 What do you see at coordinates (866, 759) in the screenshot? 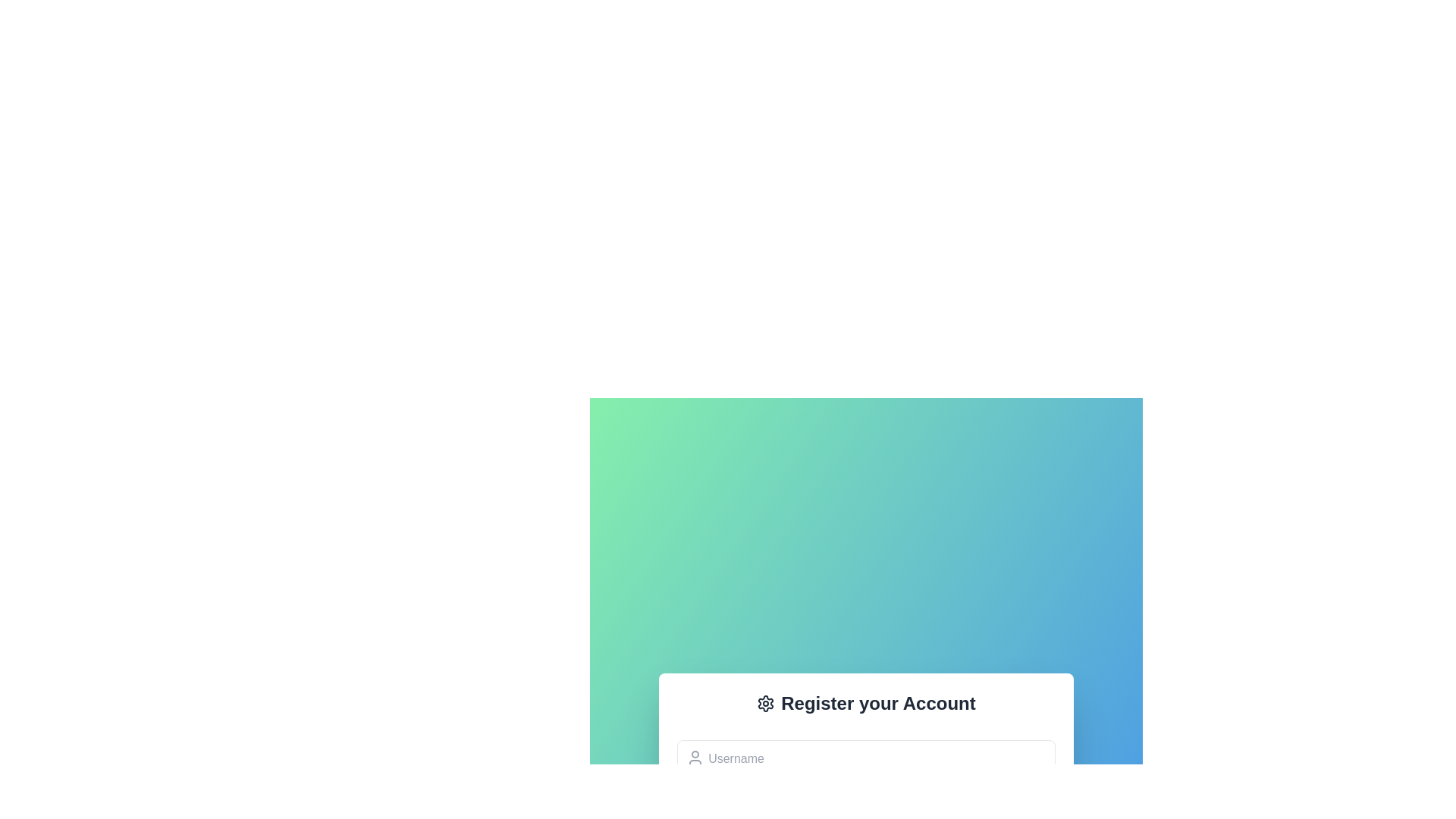
I see `the username input field located in the 'Create Account' section to focus on it` at bounding box center [866, 759].